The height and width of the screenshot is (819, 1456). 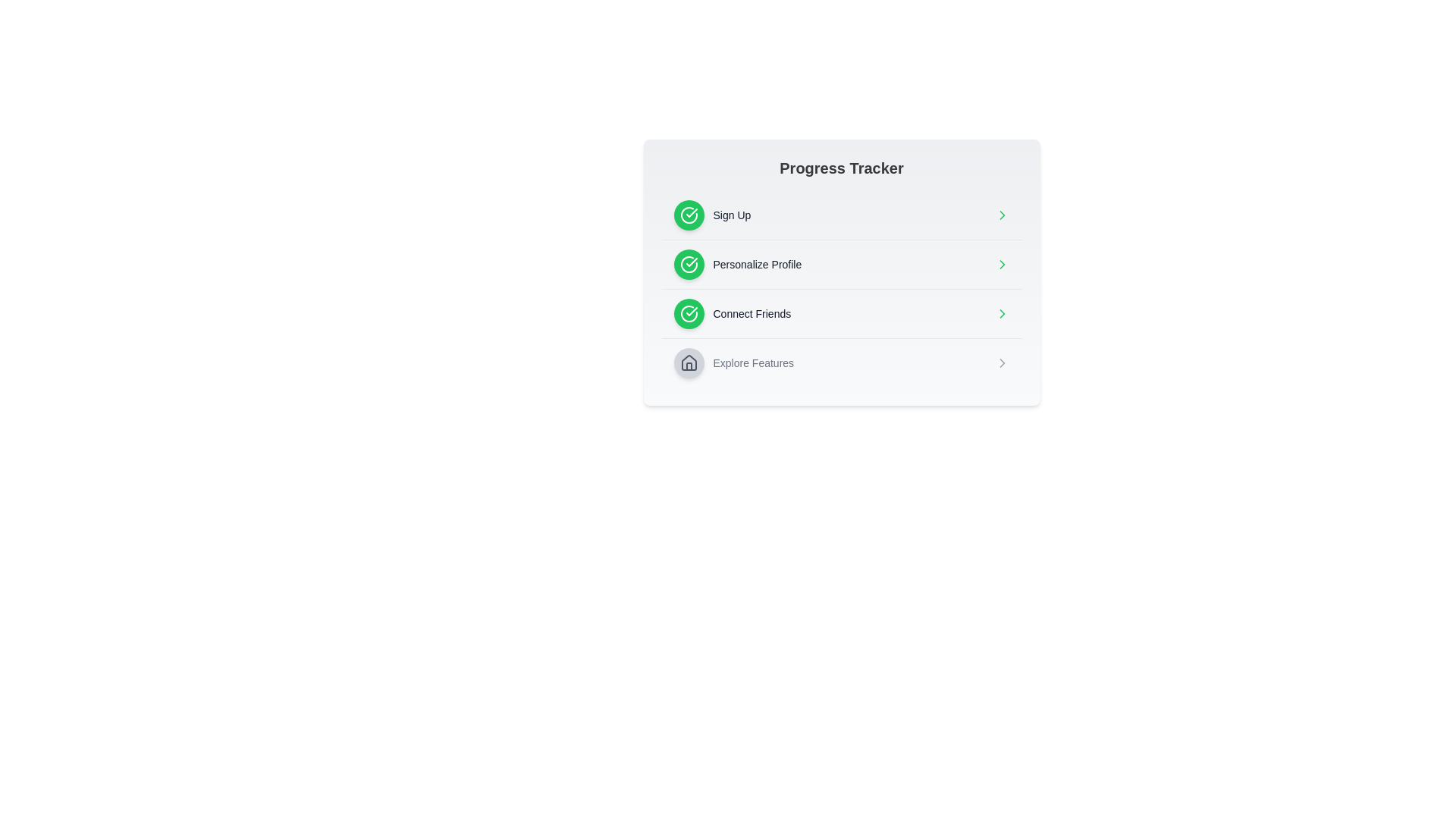 What do you see at coordinates (737, 263) in the screenshot?
I see `the 'Personalize Profile' step in the Progress Tracker, which indicates that this step has been completed` at bounding box center [737, 263].